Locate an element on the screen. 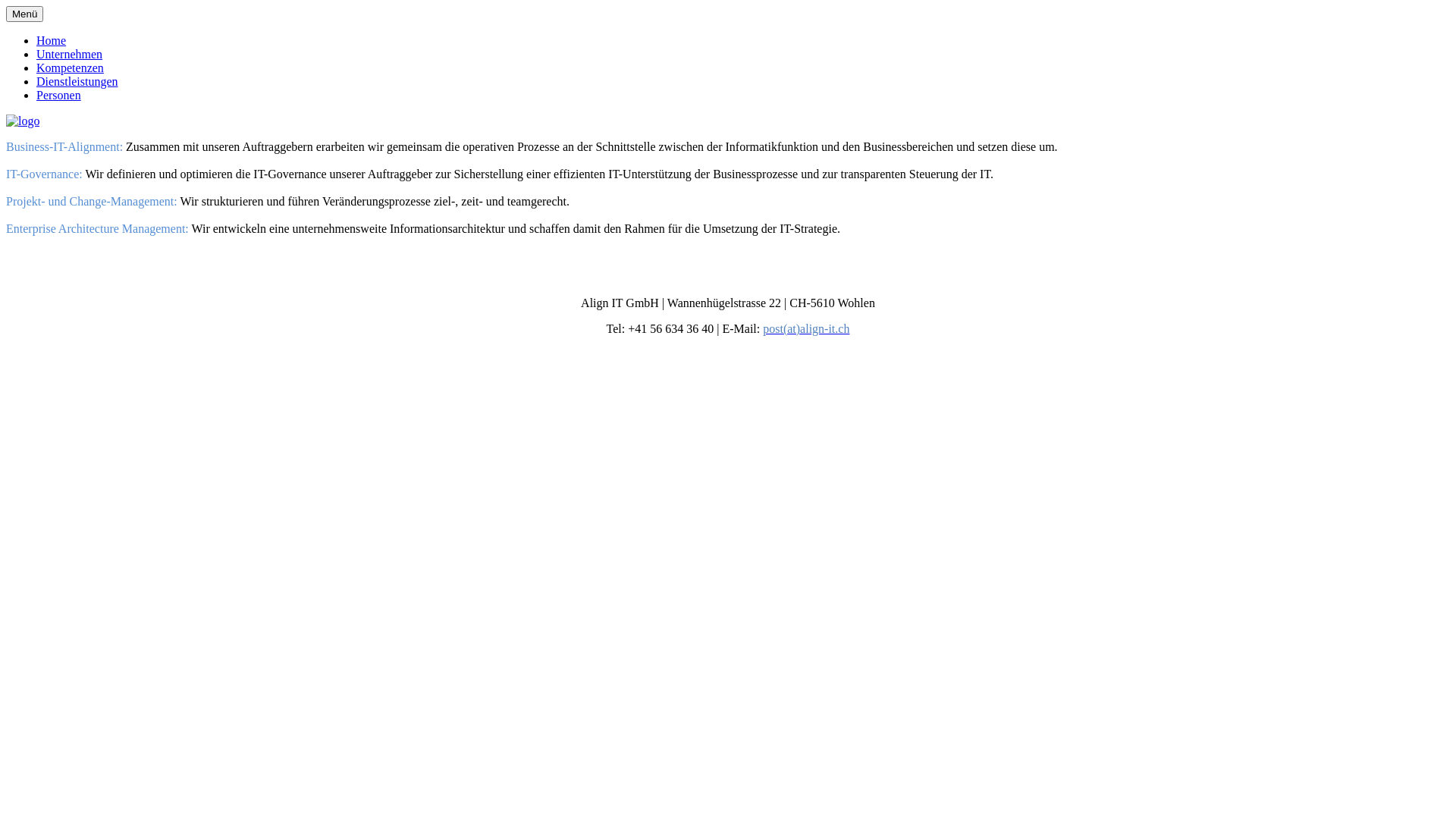 This screenshot has height=819, width=1456. 'logo' is located at coordinates (22, 120).